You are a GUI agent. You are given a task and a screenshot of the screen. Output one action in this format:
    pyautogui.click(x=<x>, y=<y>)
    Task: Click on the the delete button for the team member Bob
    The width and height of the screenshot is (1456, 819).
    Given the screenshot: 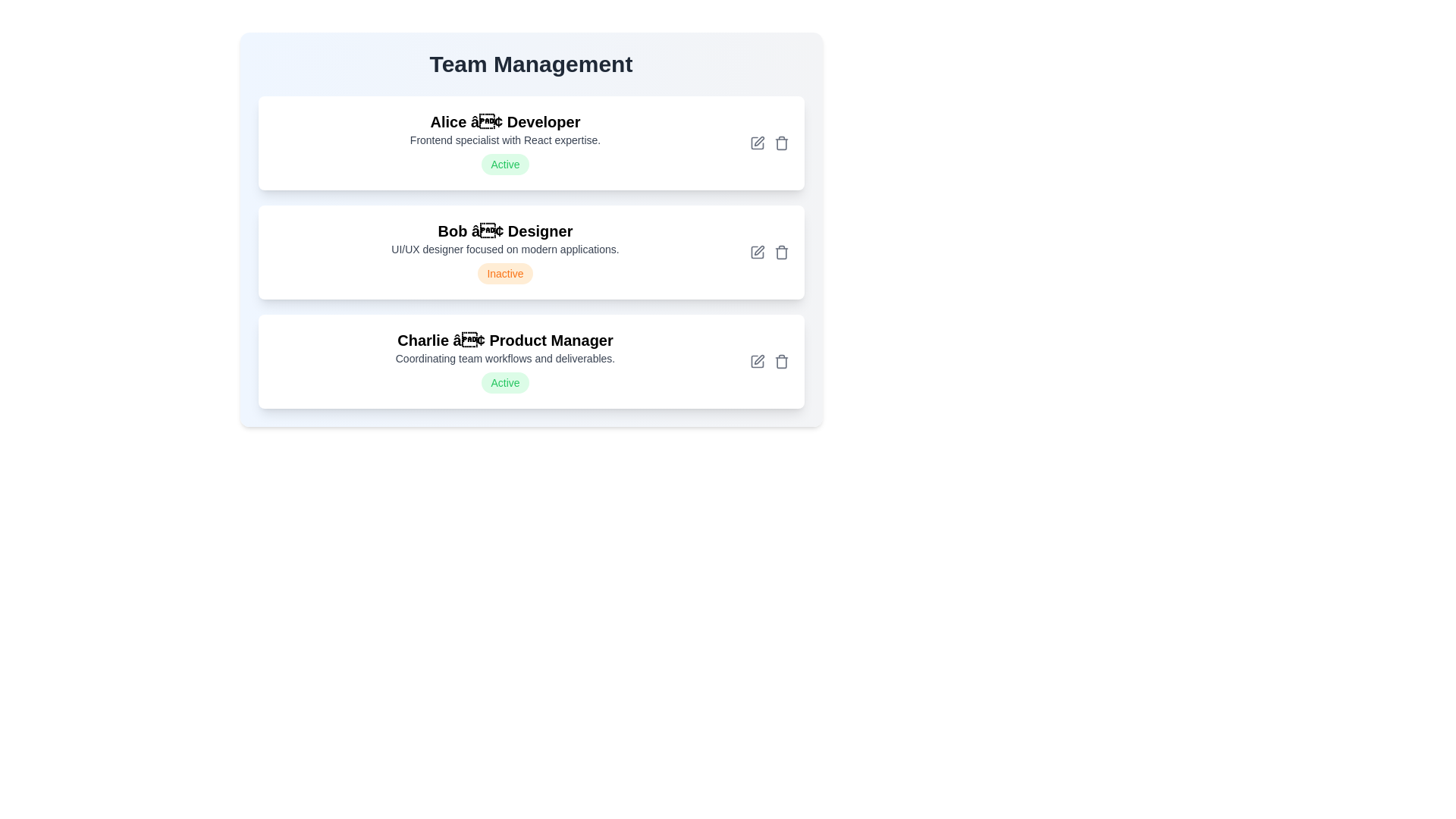 What is the action you would take?
    pyautogui.click(x=781, y=251)
    